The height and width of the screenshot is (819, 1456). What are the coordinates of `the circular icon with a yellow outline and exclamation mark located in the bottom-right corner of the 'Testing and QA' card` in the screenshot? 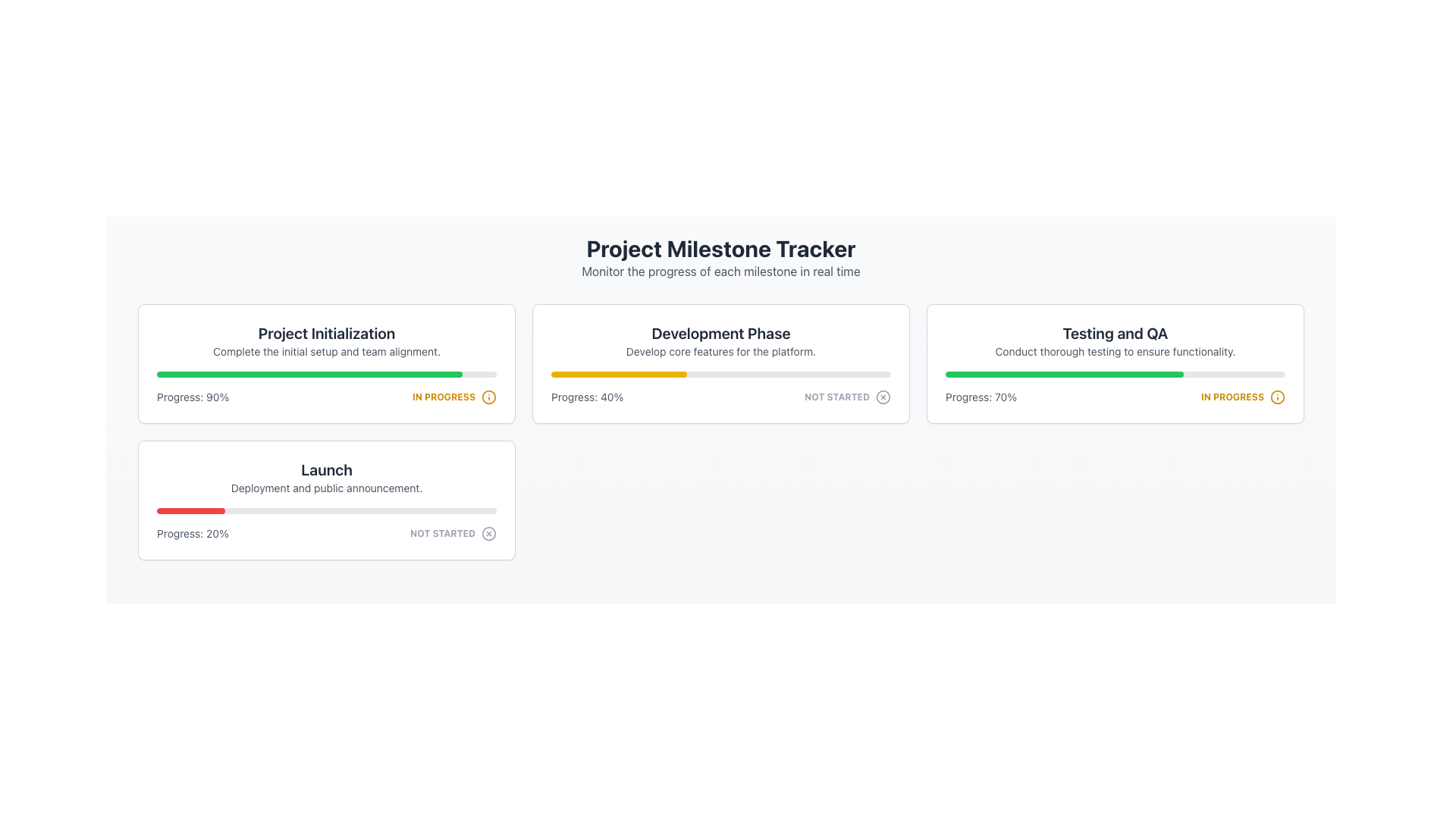 It's located at (1276, 397).